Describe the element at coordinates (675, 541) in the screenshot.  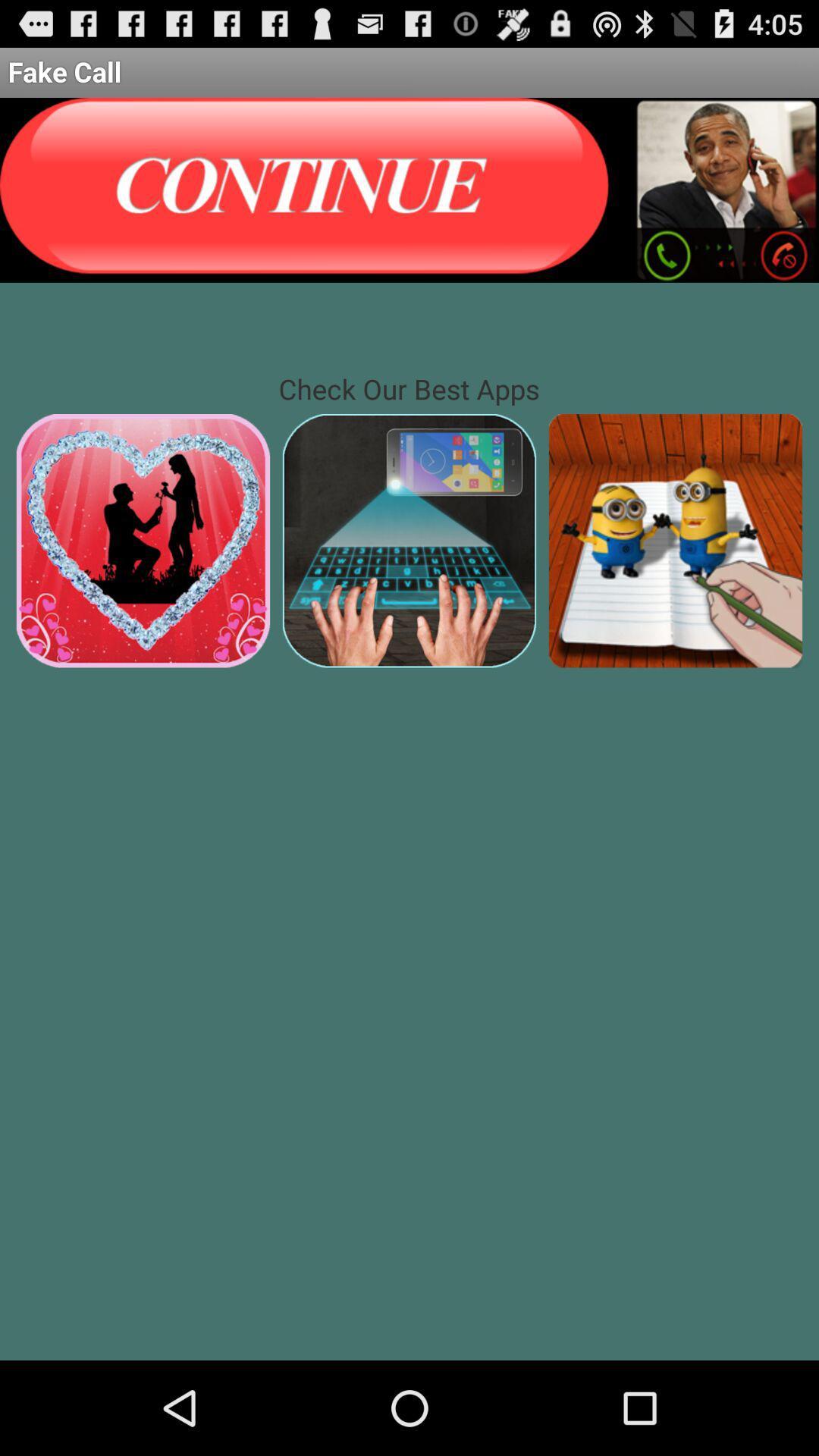
I see `highlighted area probably opens an unknown application on your phone` at that location.